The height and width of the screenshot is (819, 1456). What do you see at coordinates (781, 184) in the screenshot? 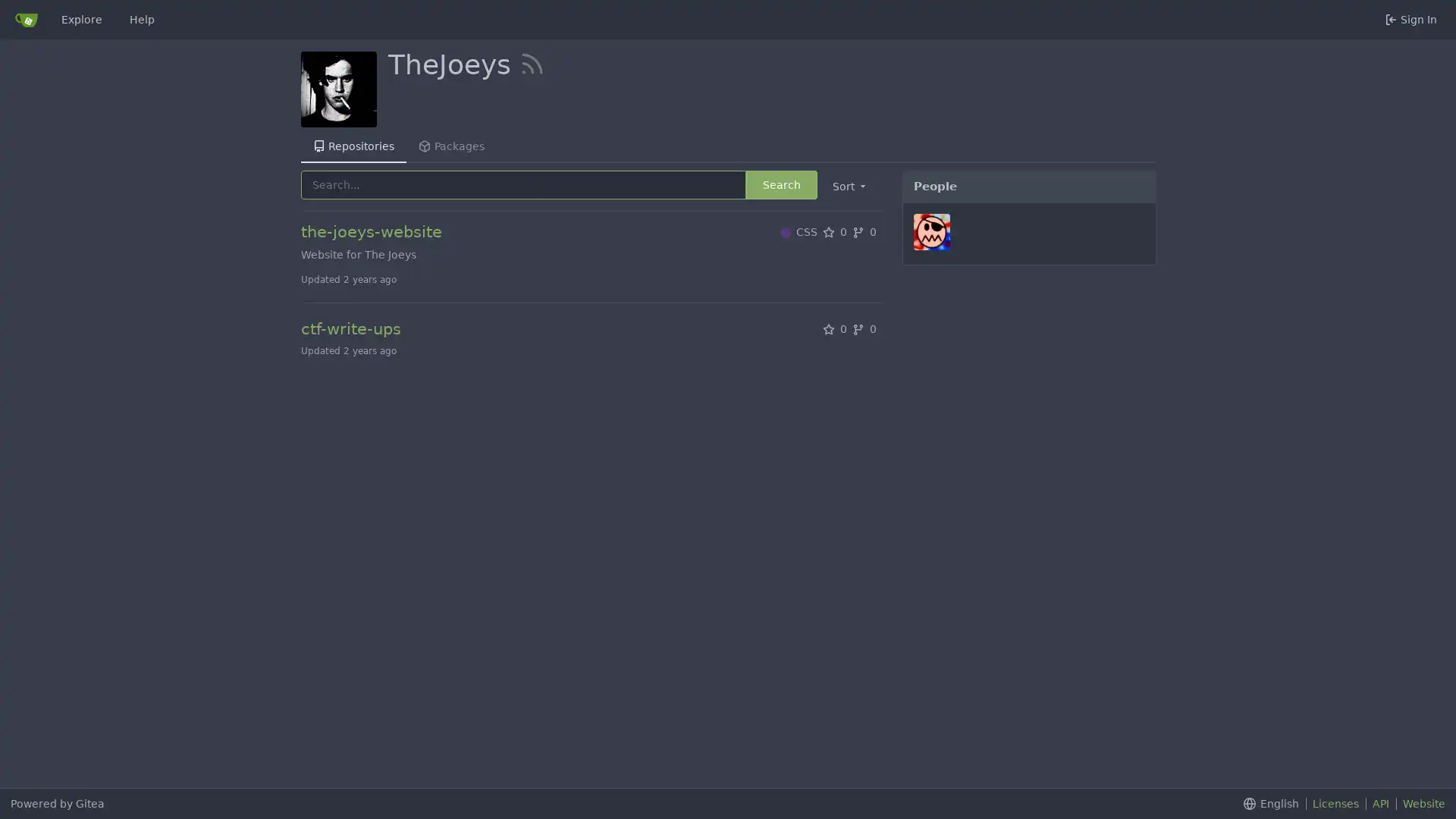
I see `Search` at bounding box center [781, 184].